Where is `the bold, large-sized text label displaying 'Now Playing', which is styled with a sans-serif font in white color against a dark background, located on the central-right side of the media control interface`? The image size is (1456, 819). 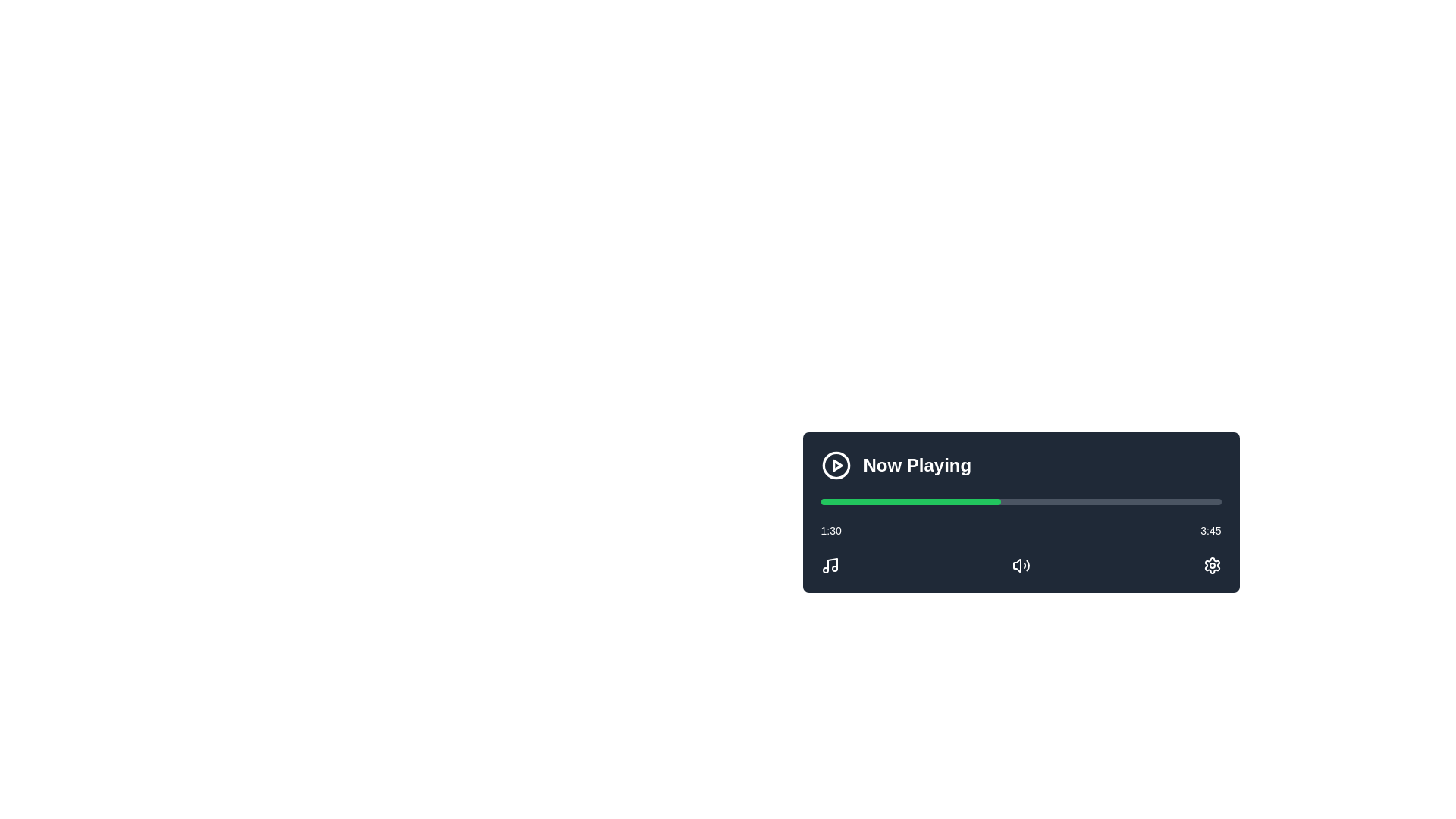 the bold, large-sized text label displaying 'Now Playing', which is styled with a sans-serif font in white color against a dark background, located on the central-right side of the media control interface is located at coordinates (916, 464).